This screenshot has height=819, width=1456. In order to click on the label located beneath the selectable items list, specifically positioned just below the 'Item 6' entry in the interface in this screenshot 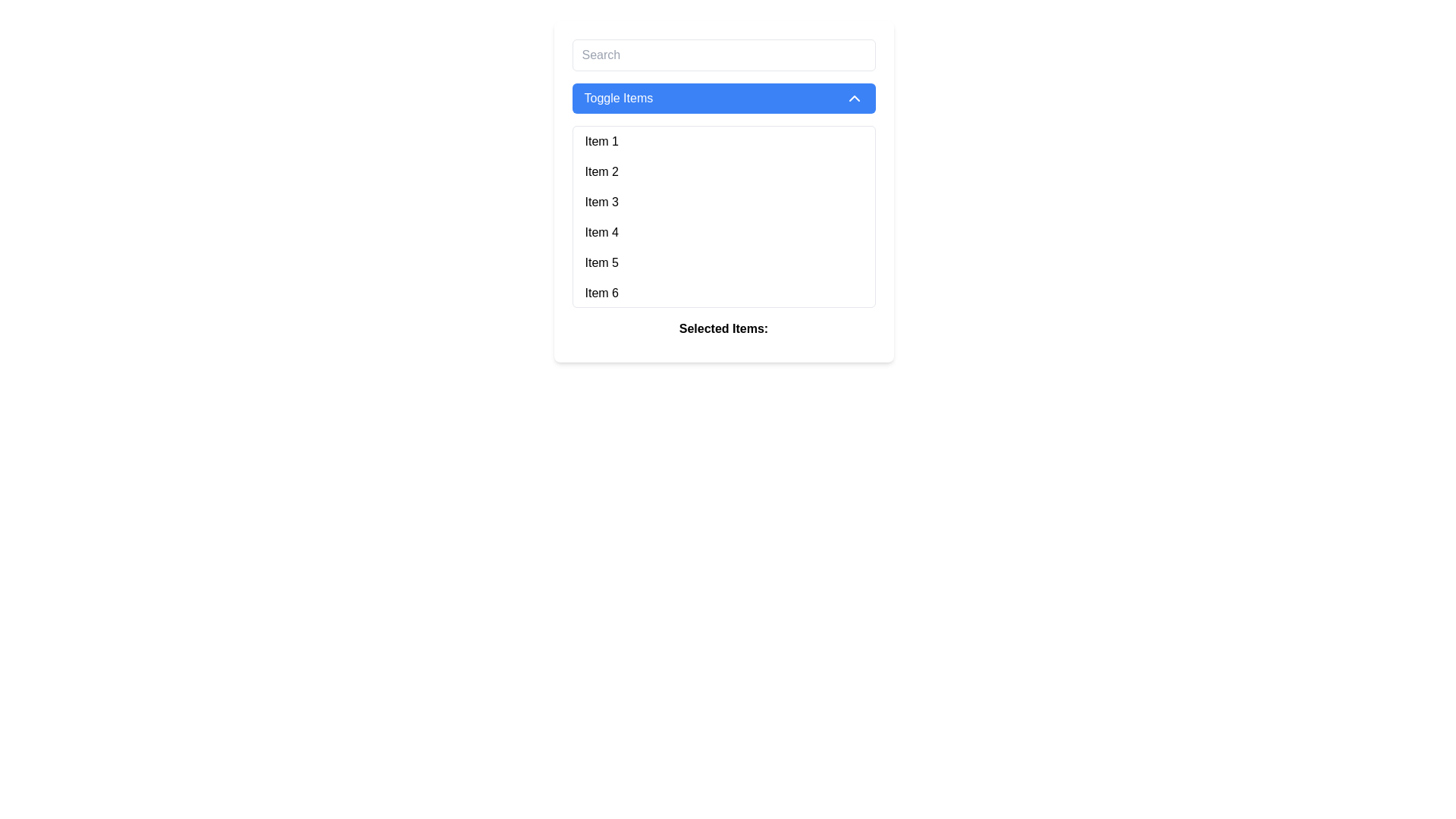, I will do `click(723, 331)`.